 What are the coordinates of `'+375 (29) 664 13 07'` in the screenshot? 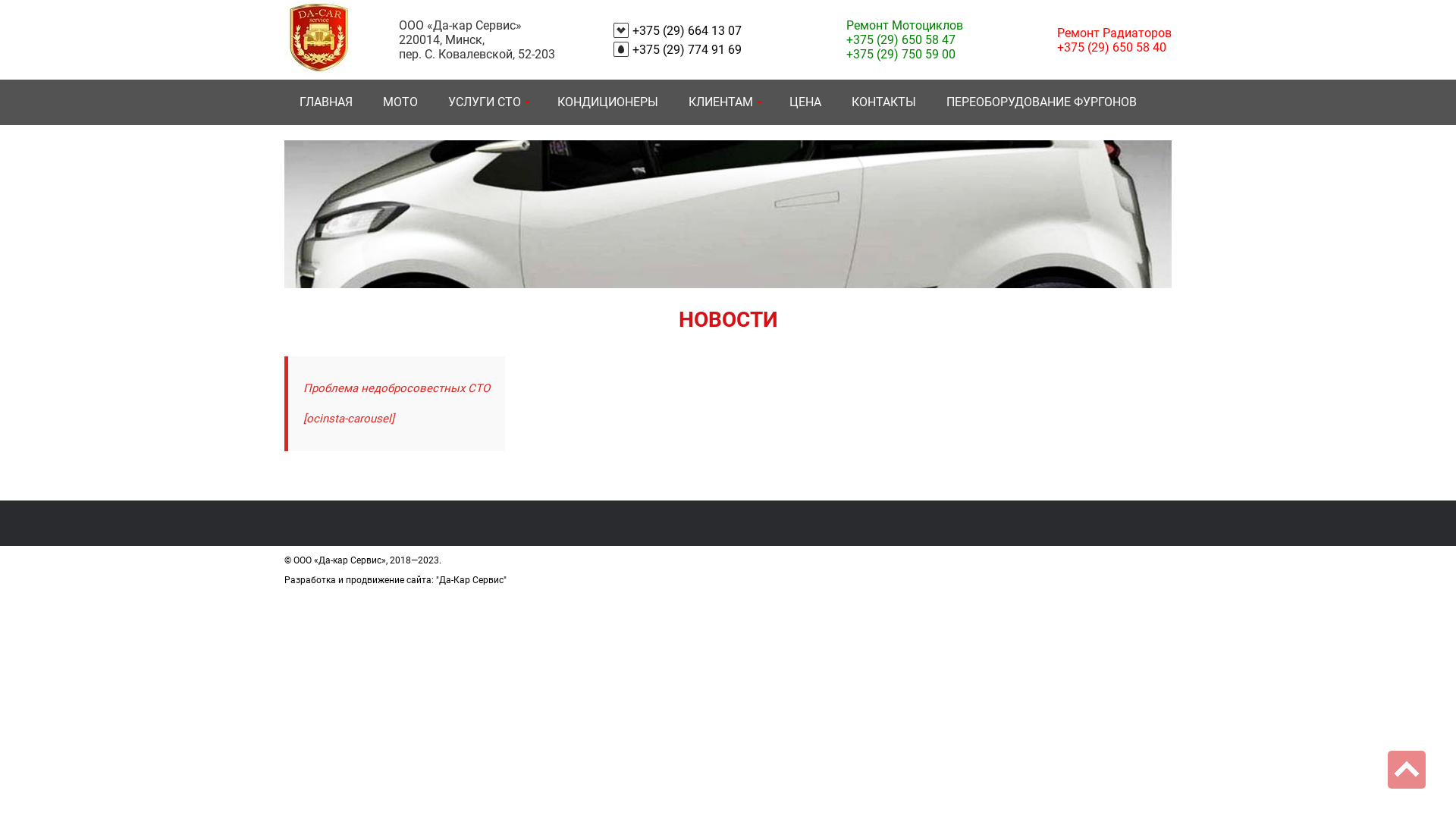 It's located at (686, 30).